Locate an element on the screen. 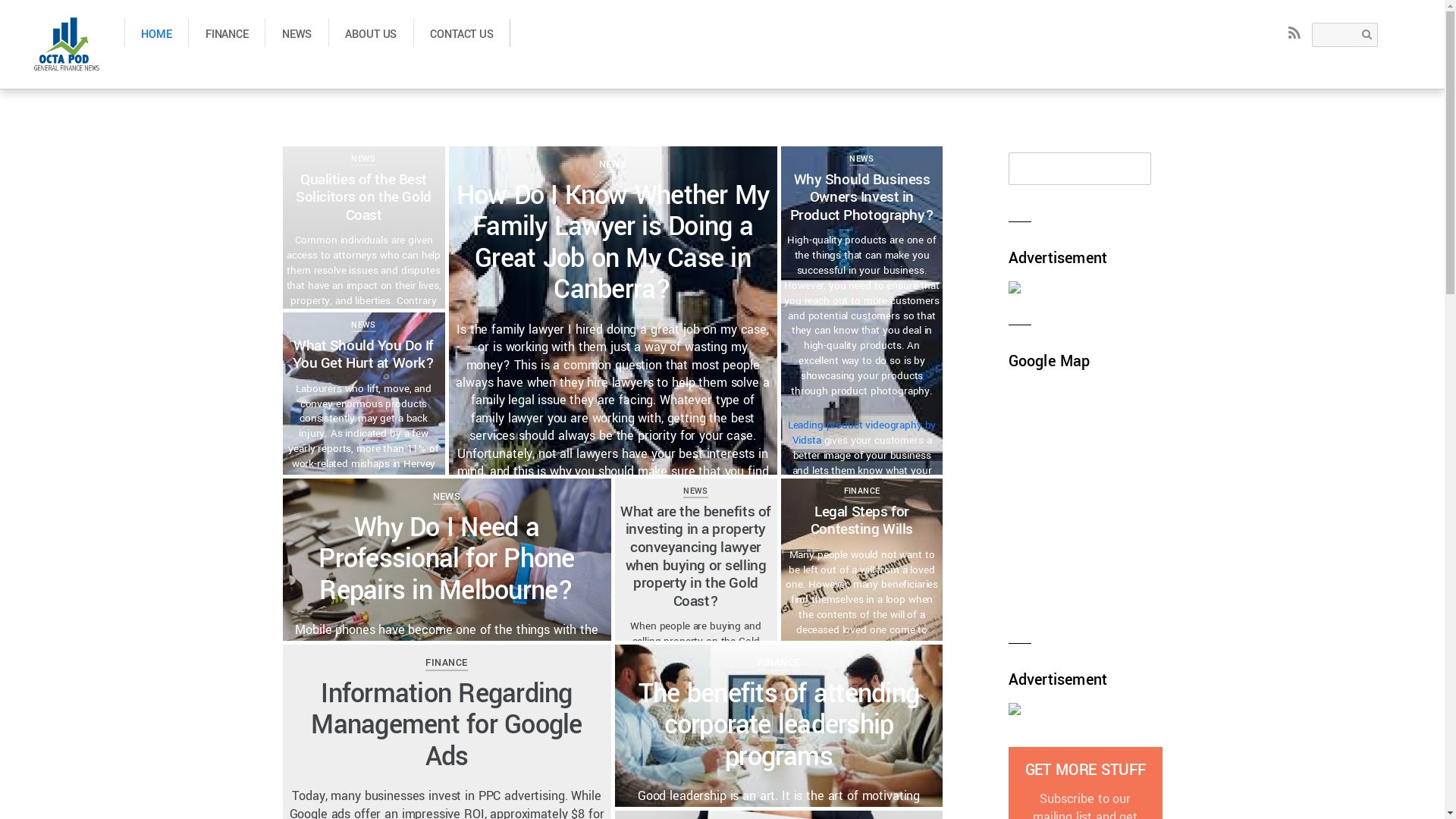 Image resolution: width=1456 pixels, height=819 pixels. 'NEWS' is located at coordinates (613, 164).